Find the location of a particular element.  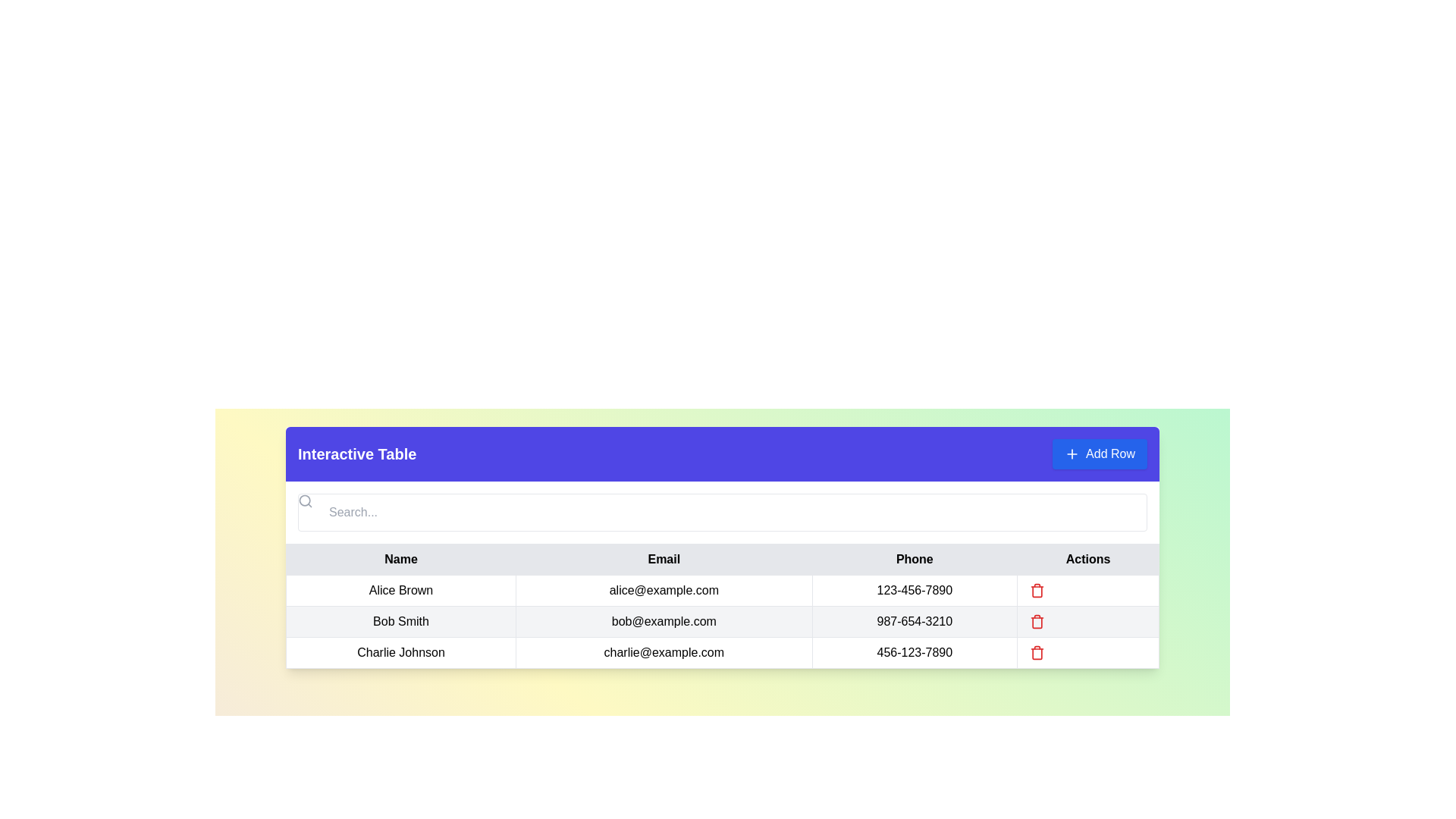

text from the column header labeled 'Phone Numbers' located in the header row of the table, third from the left is located at coordinates (914, 559).